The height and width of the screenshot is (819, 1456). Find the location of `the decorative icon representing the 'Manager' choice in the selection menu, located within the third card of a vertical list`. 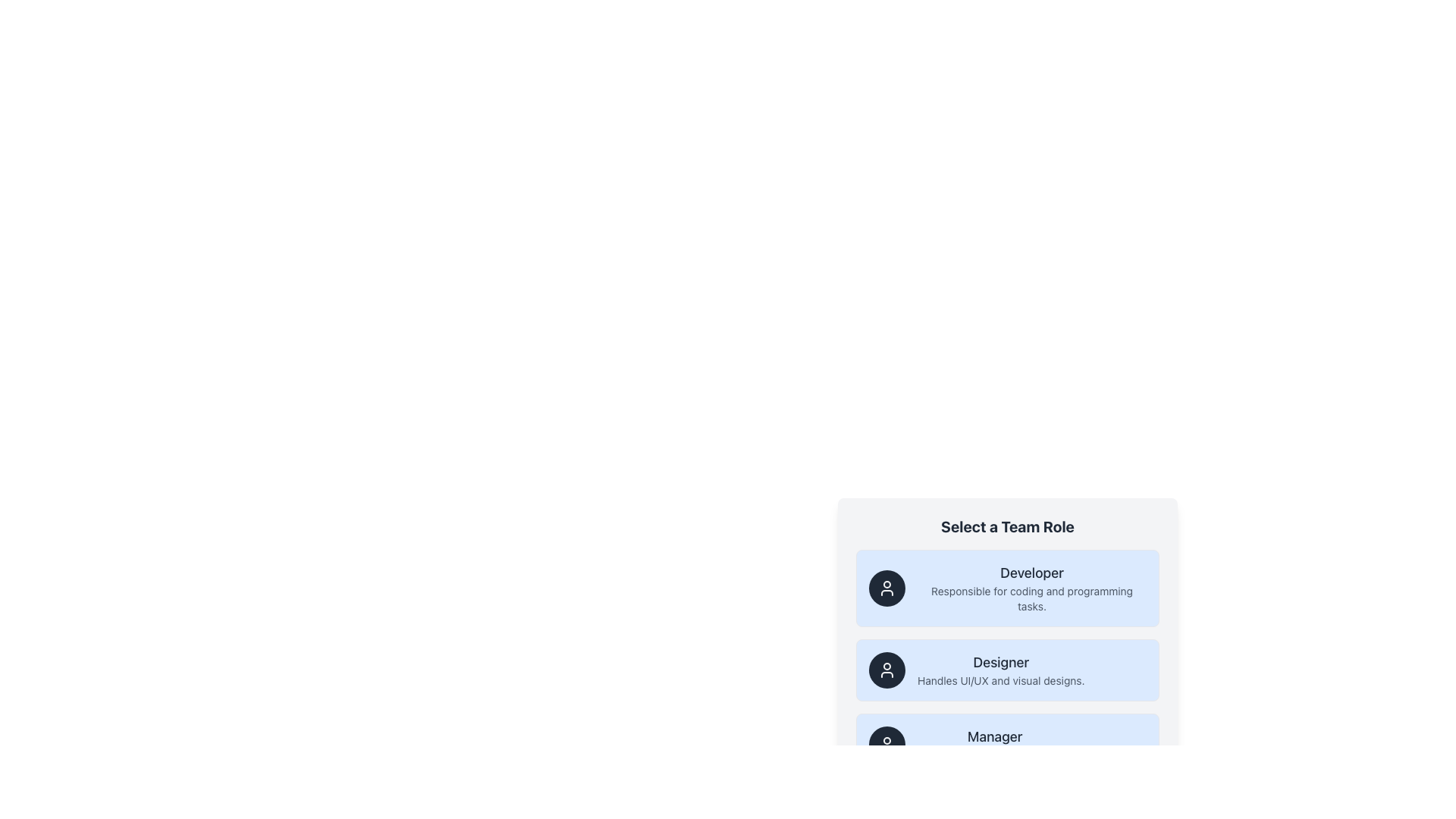

the decorative icon representing the 'Manager' choice in the selection menu, located within the third card of a vertical list is located at coordinates (887, 744).